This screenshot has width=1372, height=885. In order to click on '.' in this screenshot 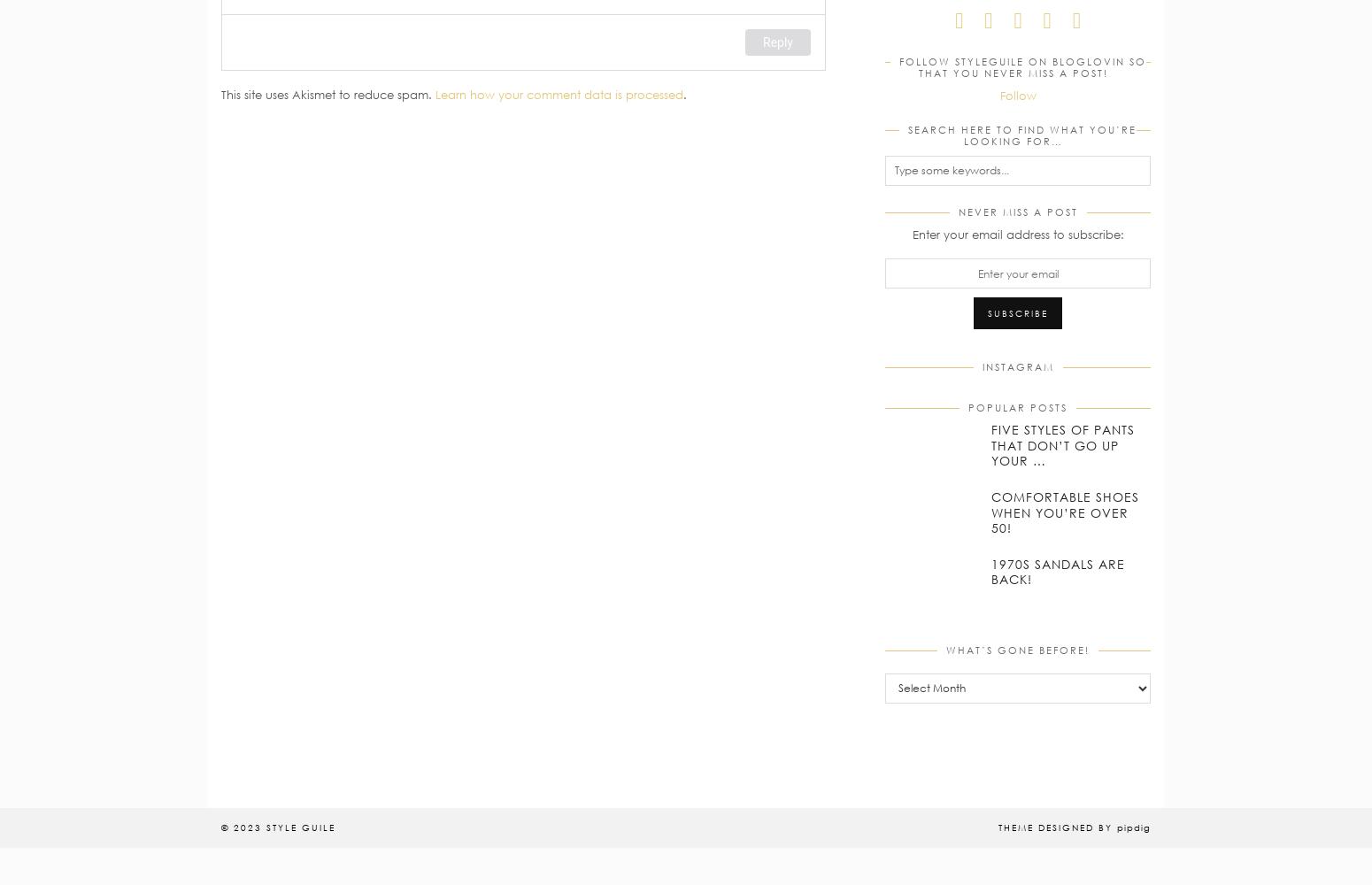, I will do `click(685, 94)`.